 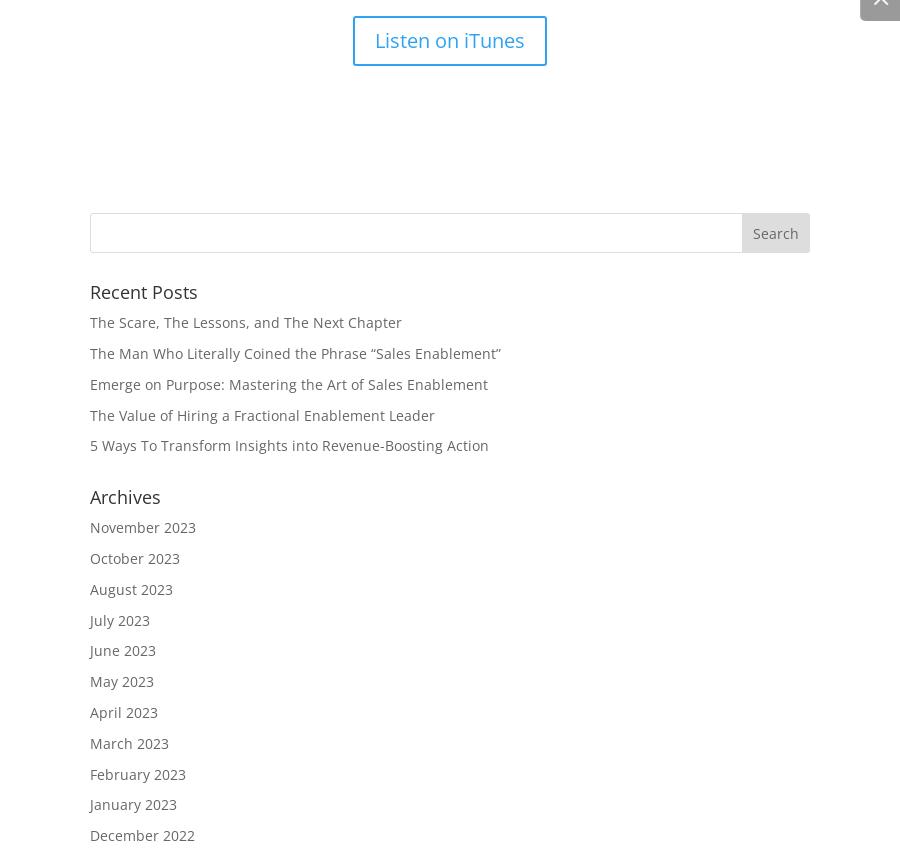 What do you see at coordinates (131, 588) in the screenshot?
I see `'August 2023'` at bounding box center [131, 588].